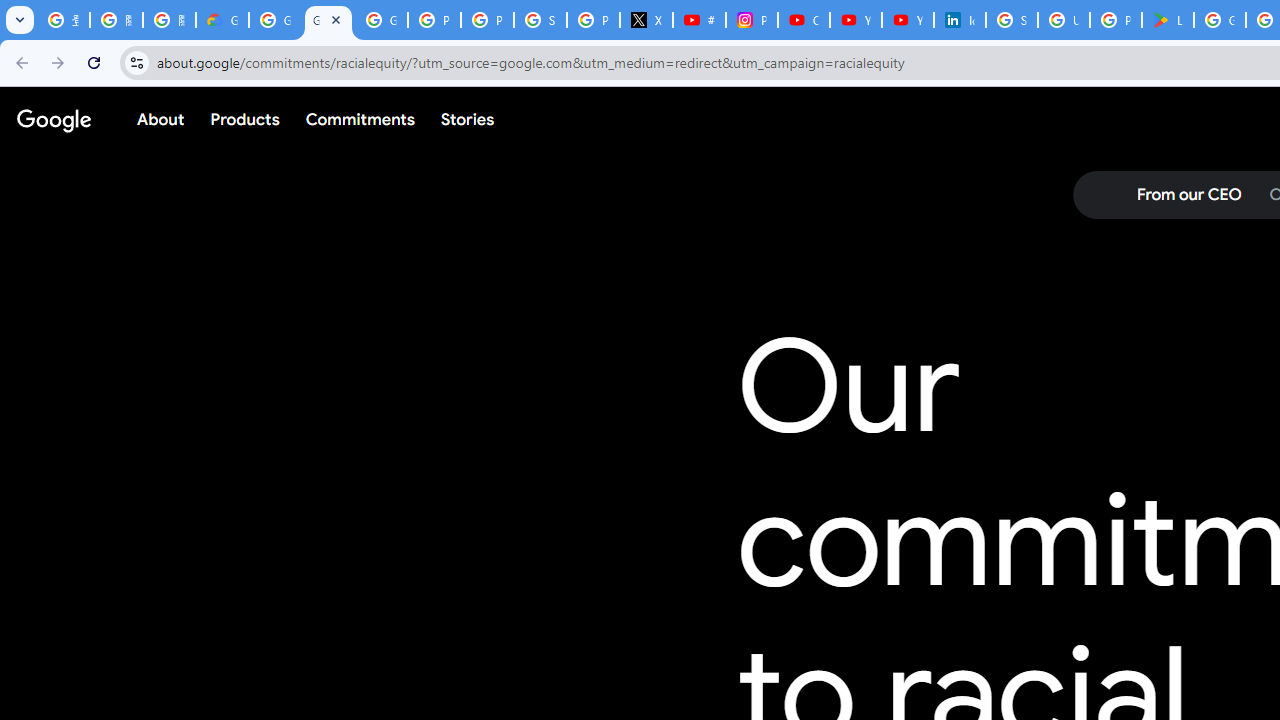 Image resolution: width=1280 pixels, height=720 pixels. What do you see at coordinates (244, 119) in the screenshot?
I see `'Products'` at bounding box center [244, 119].